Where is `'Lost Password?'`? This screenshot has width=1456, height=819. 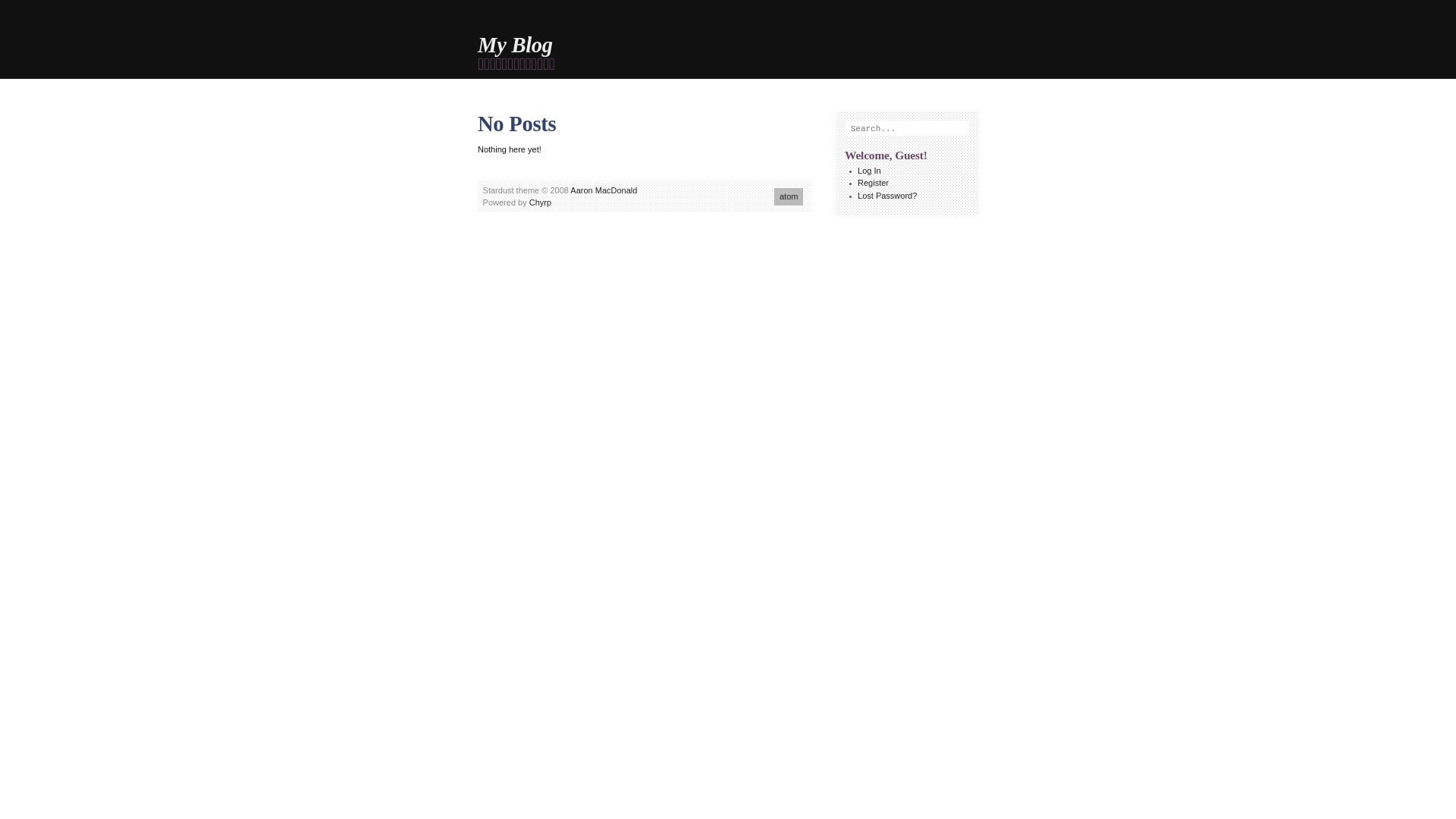
'Lost Password?' is located at coordinates (887, 195).